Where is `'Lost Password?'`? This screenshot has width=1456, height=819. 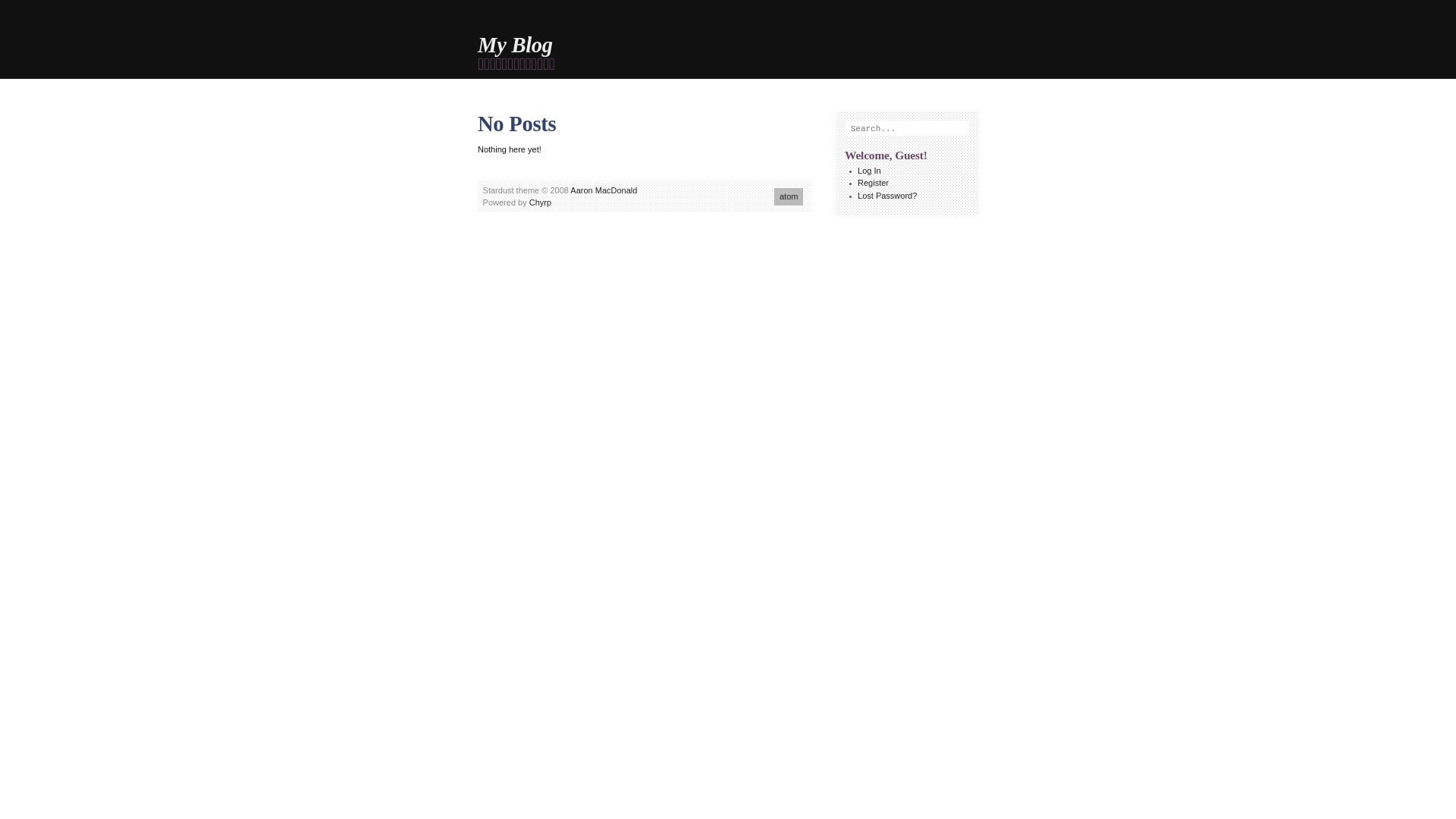
'Lost Password?' is located at coordinates (887, 195).